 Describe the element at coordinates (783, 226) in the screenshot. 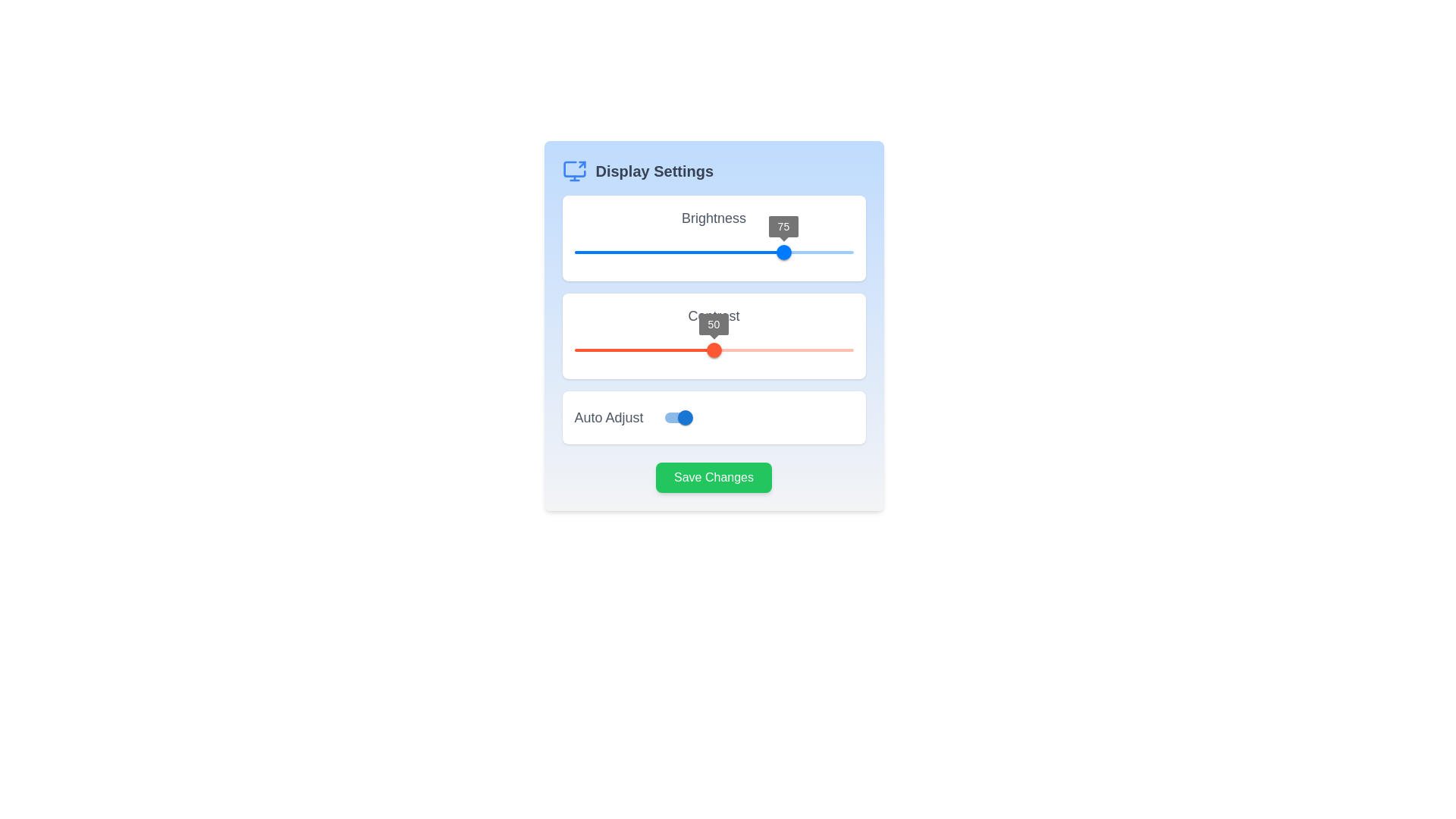

I see `the Value display label that shows the current brightness value (75), positioned centrally above the blue knob of the 'Brightness' slider` at that location.